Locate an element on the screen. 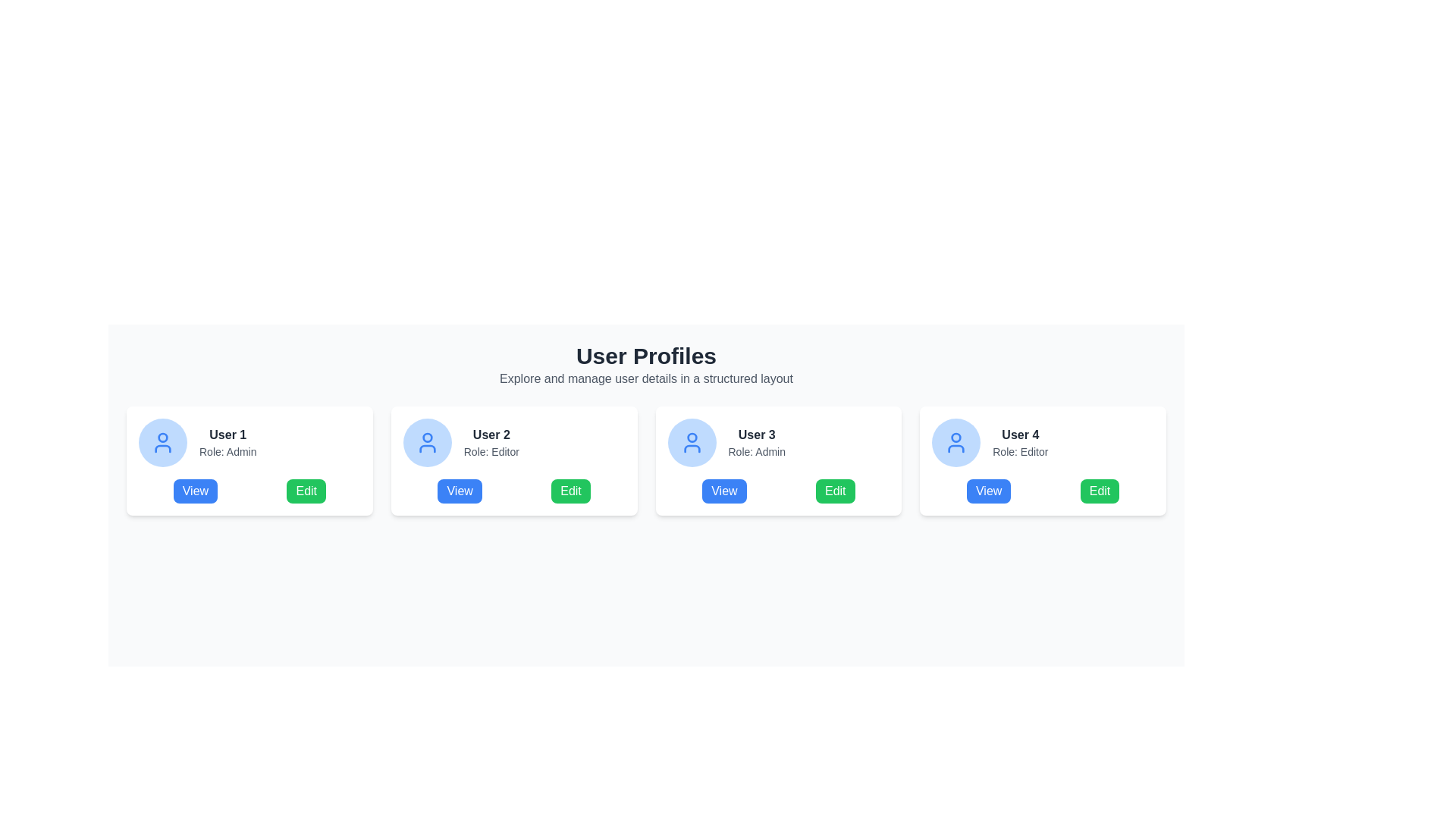 The height and width of the screenshot is (819, 1456). the 'View' button with a blue background and white text located in the lower-left section of the 'User 1' card is located at coordinates (194, 491).